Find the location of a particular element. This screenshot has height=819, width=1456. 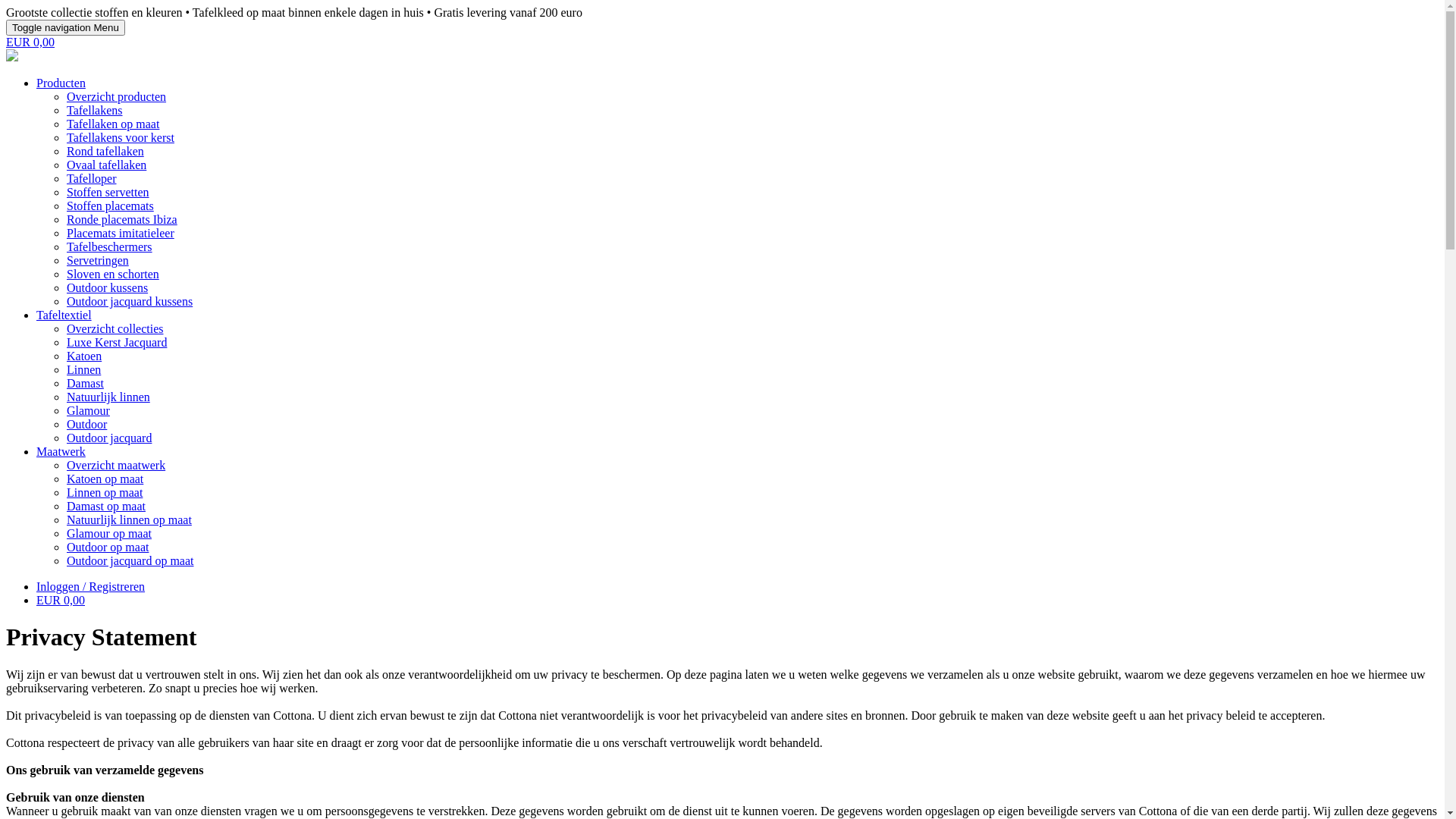

'Damast' is located at coordinates (84, 382).